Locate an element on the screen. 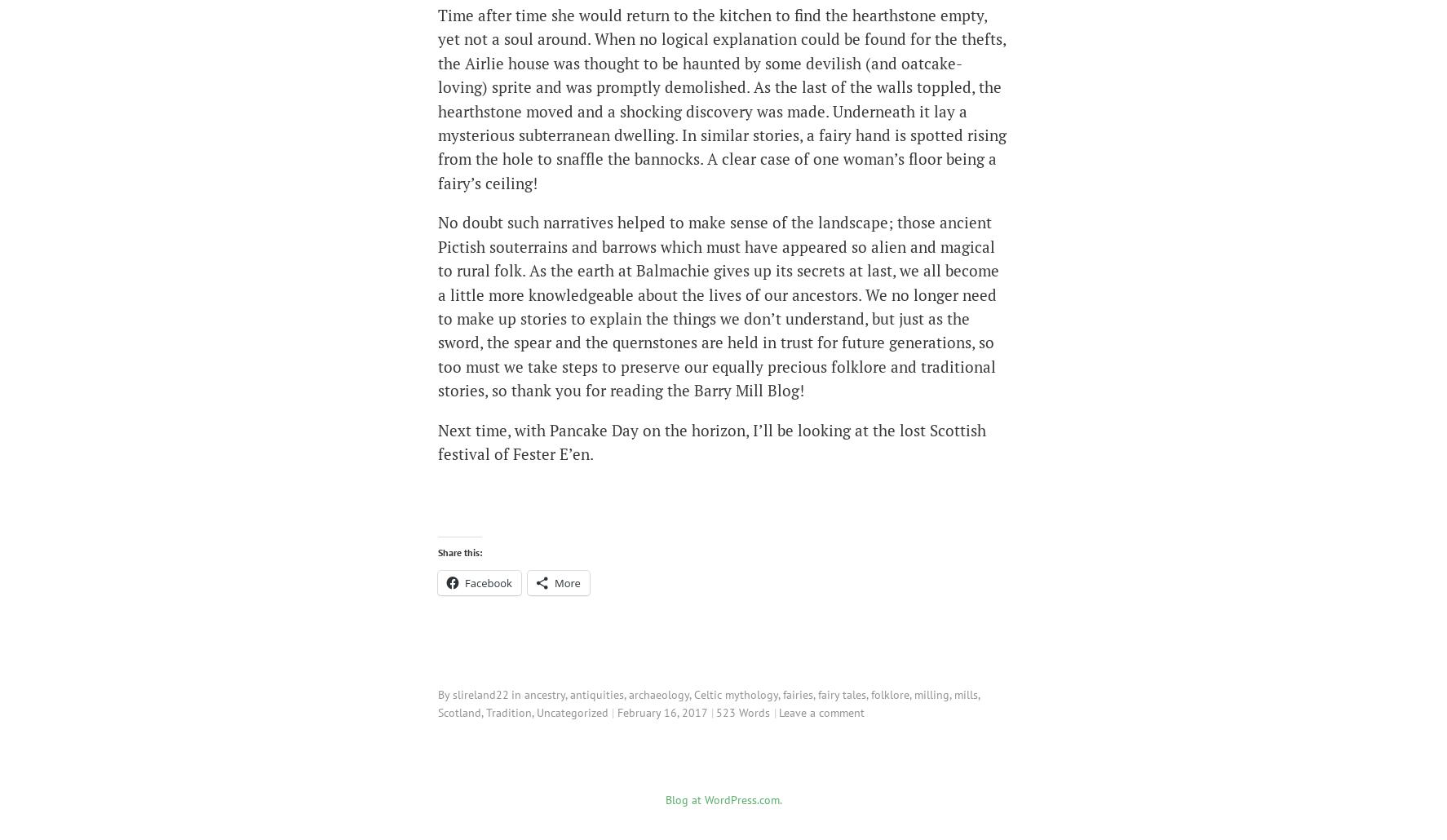 The height and width of the screenshot is (840, 1447). 'in' is located at coordinates (511, 692).